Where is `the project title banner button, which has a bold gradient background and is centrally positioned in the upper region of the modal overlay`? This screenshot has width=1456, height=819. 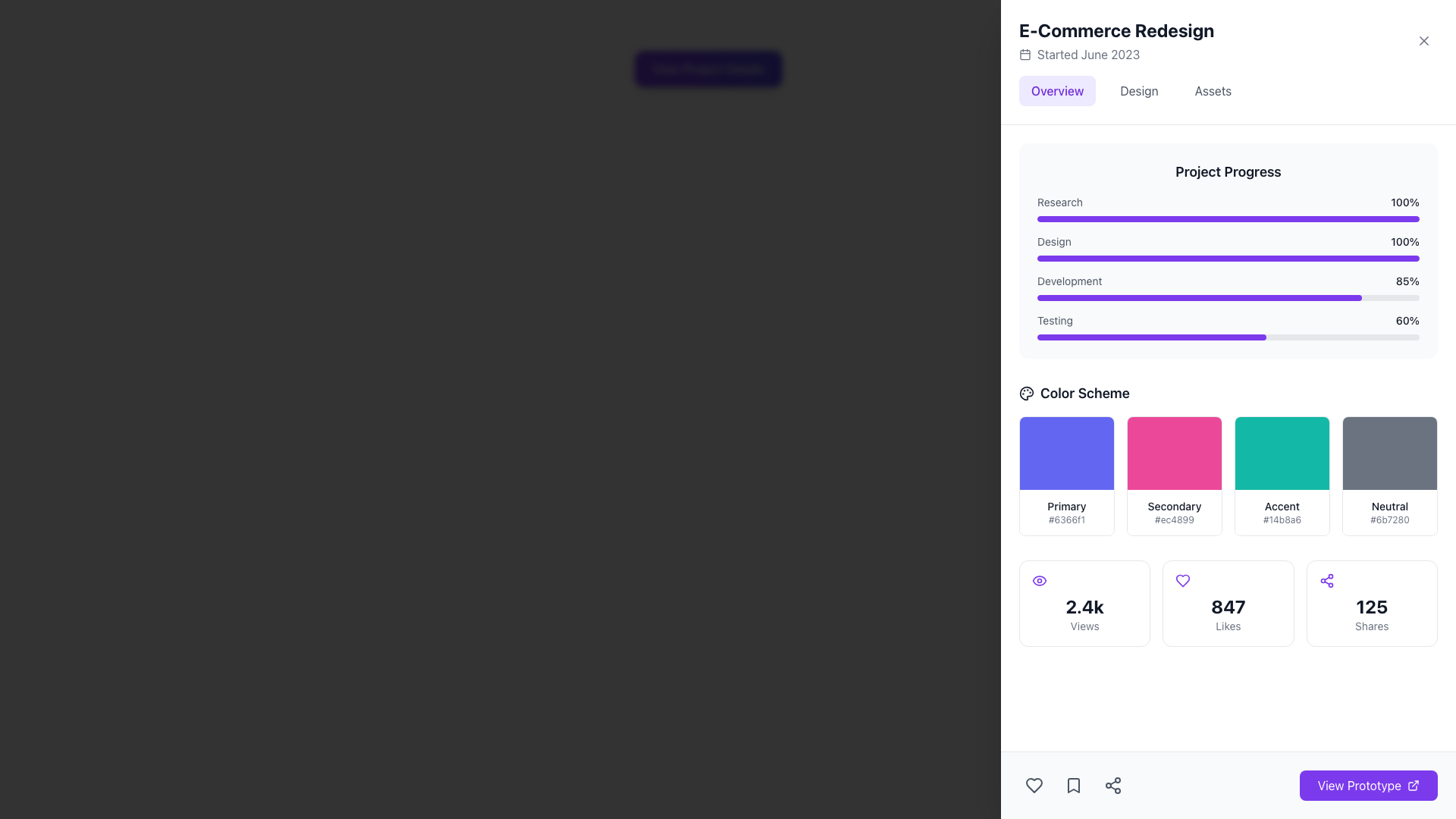 the project title banner button, which has a bold gradient background and is centrally positioned in the upper region of the modal overlay is located at coordinates (708, 69).